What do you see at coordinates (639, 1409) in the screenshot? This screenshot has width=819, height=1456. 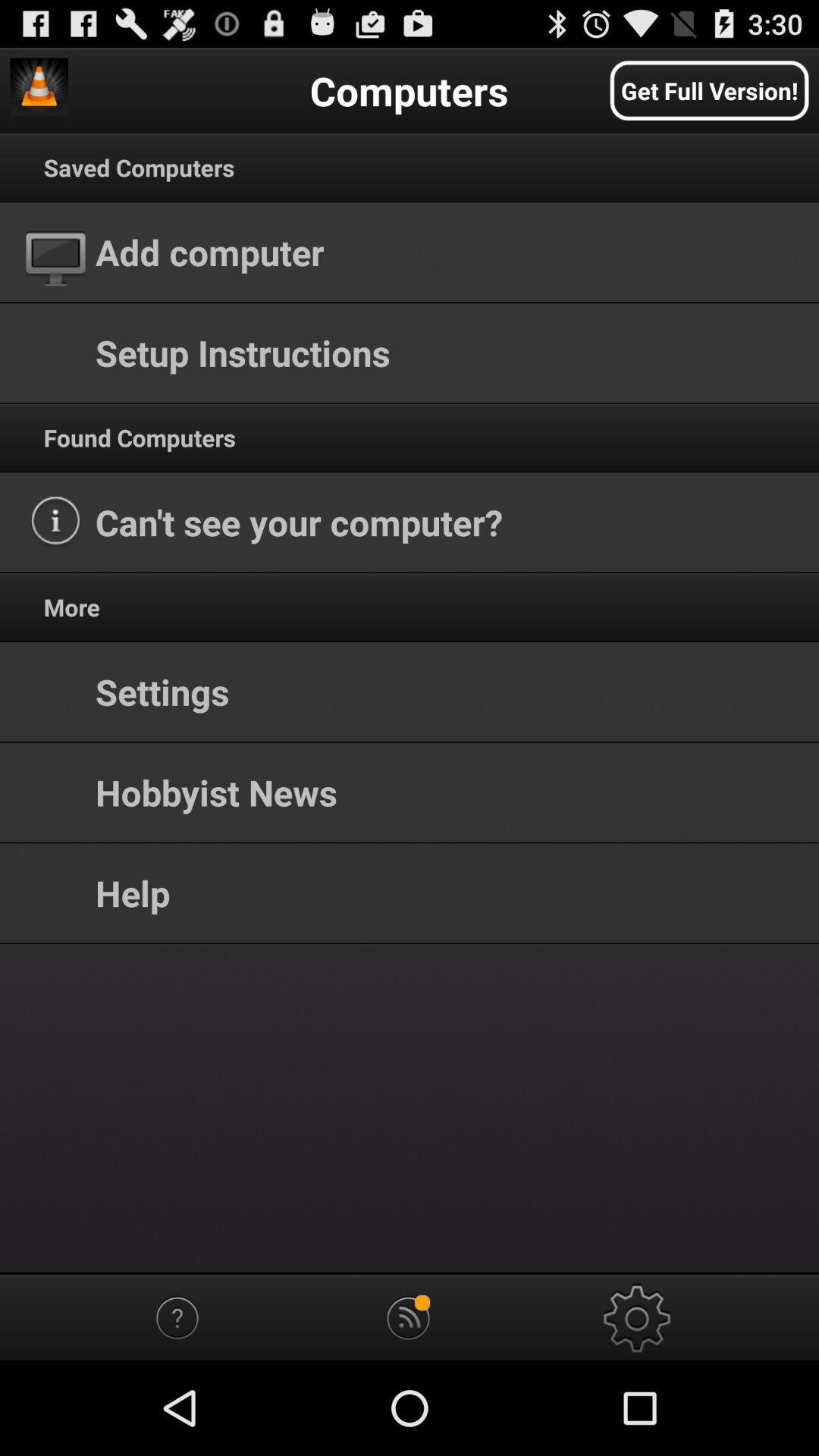 I see `the settings icon` at bounding box center [639, 1409].